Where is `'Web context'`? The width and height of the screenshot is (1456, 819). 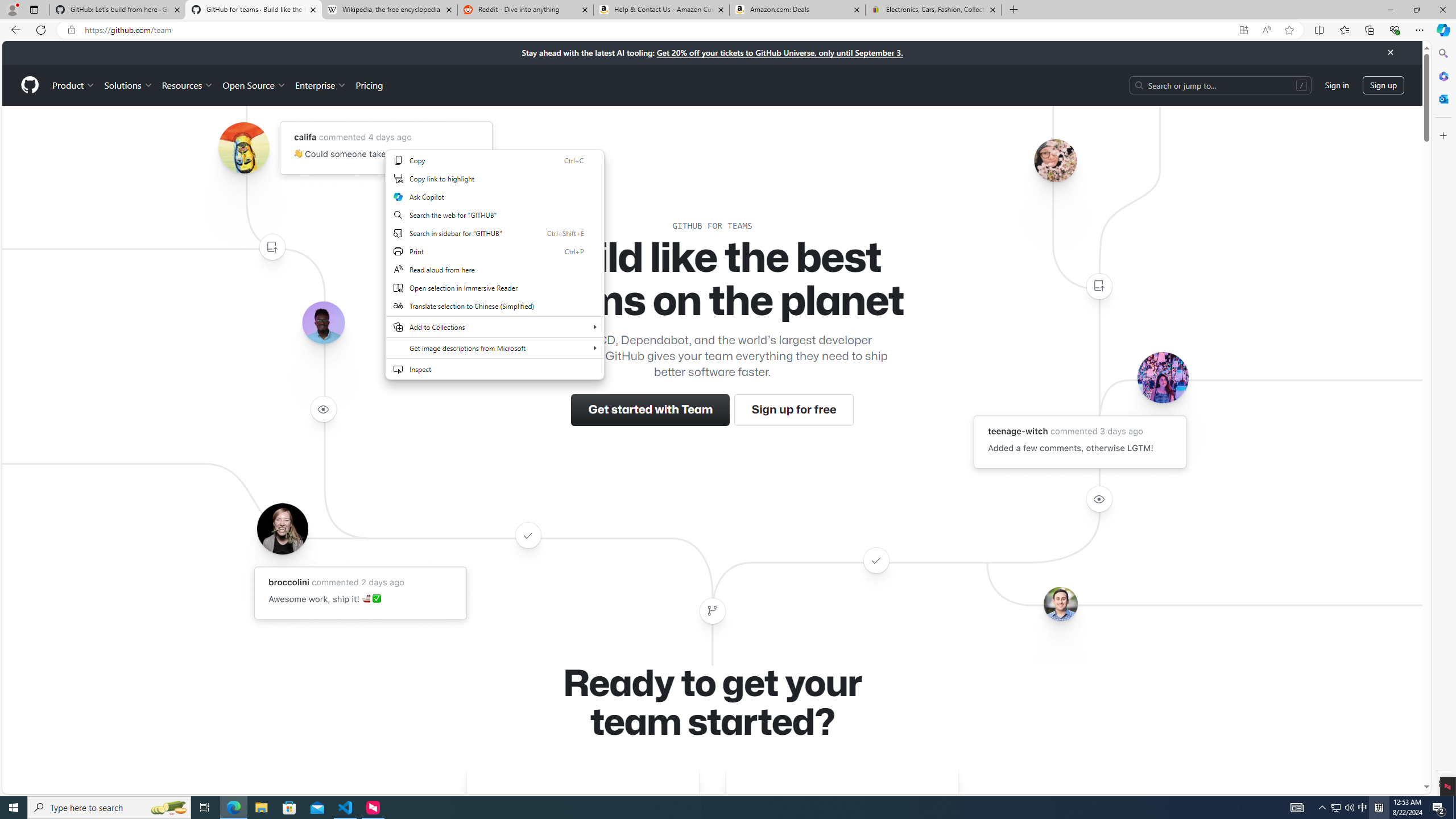
'Web context' is located at coordinates (494, 272).